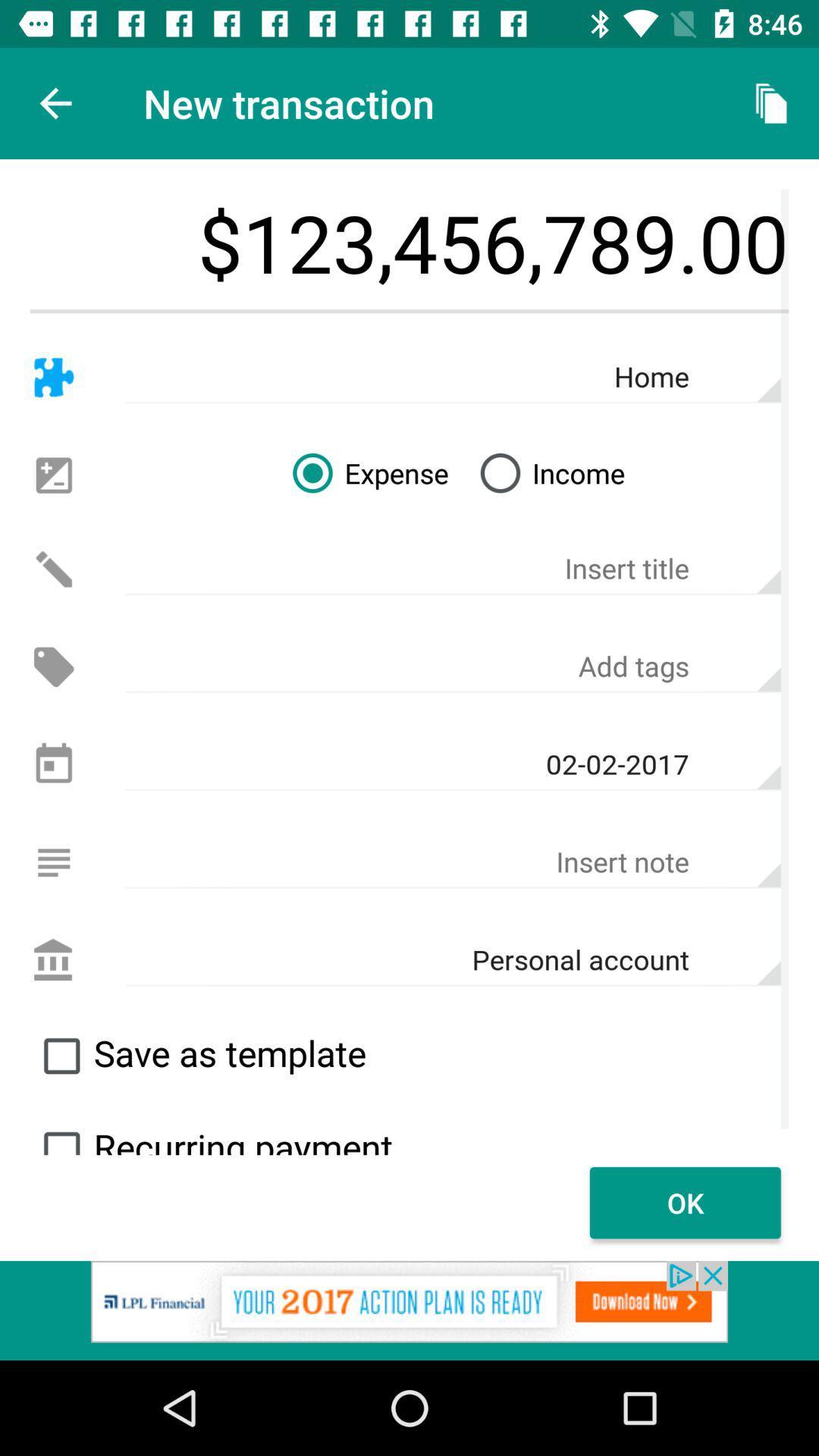 The image size is (819, 1456). Describe the element at coordinates (452, 568) in the screenshot. I see `insert title` at that location.